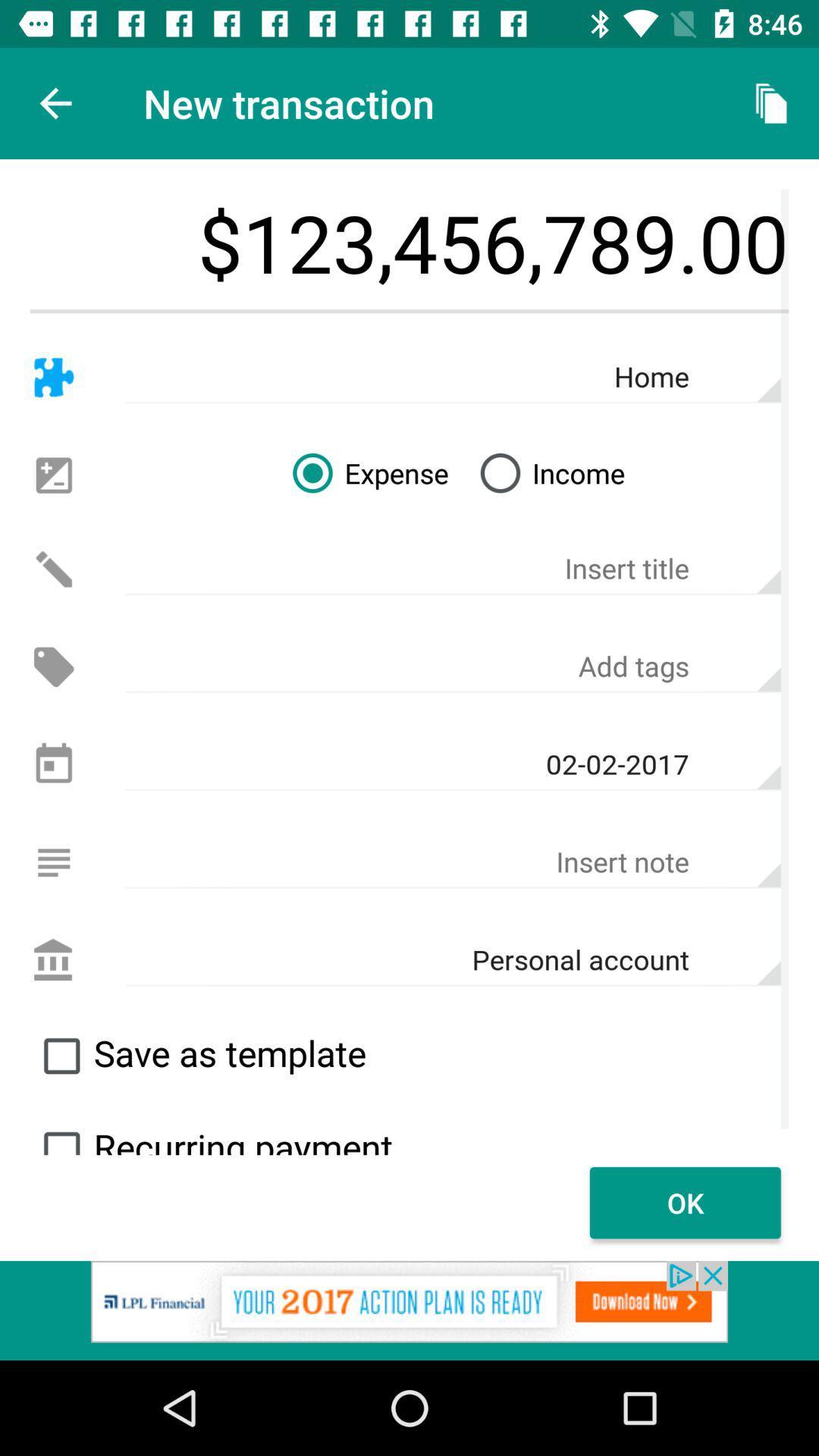 The image size is (819, 1456). Describe the element at coordinates (452, 568) in the screenshot. I see `insert title` at that location.